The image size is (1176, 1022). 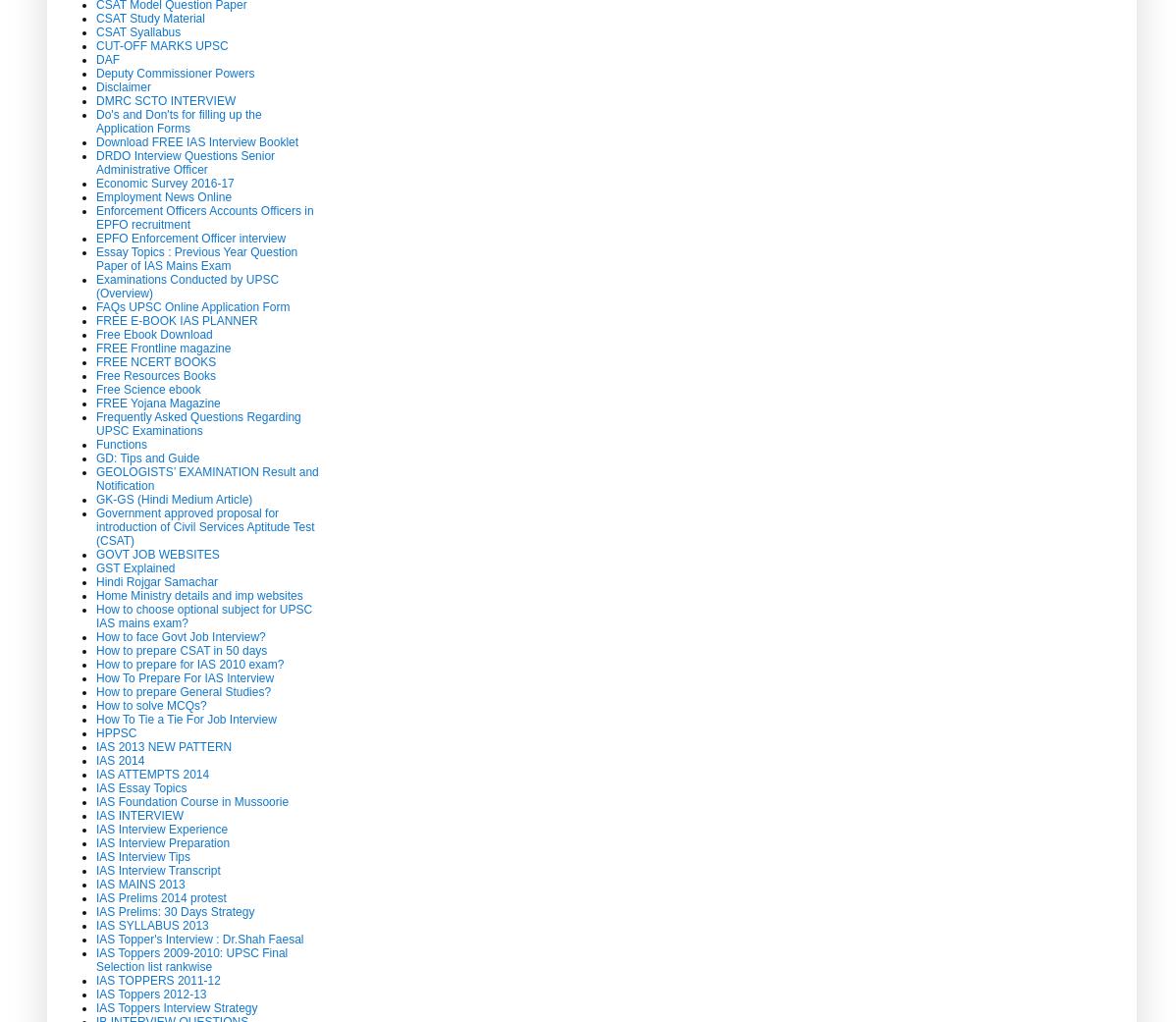 What do you see at coordinates (149, 703) in the screenshot?
I see `'How to solve MCQs?'` at bounding box center [149, 703].